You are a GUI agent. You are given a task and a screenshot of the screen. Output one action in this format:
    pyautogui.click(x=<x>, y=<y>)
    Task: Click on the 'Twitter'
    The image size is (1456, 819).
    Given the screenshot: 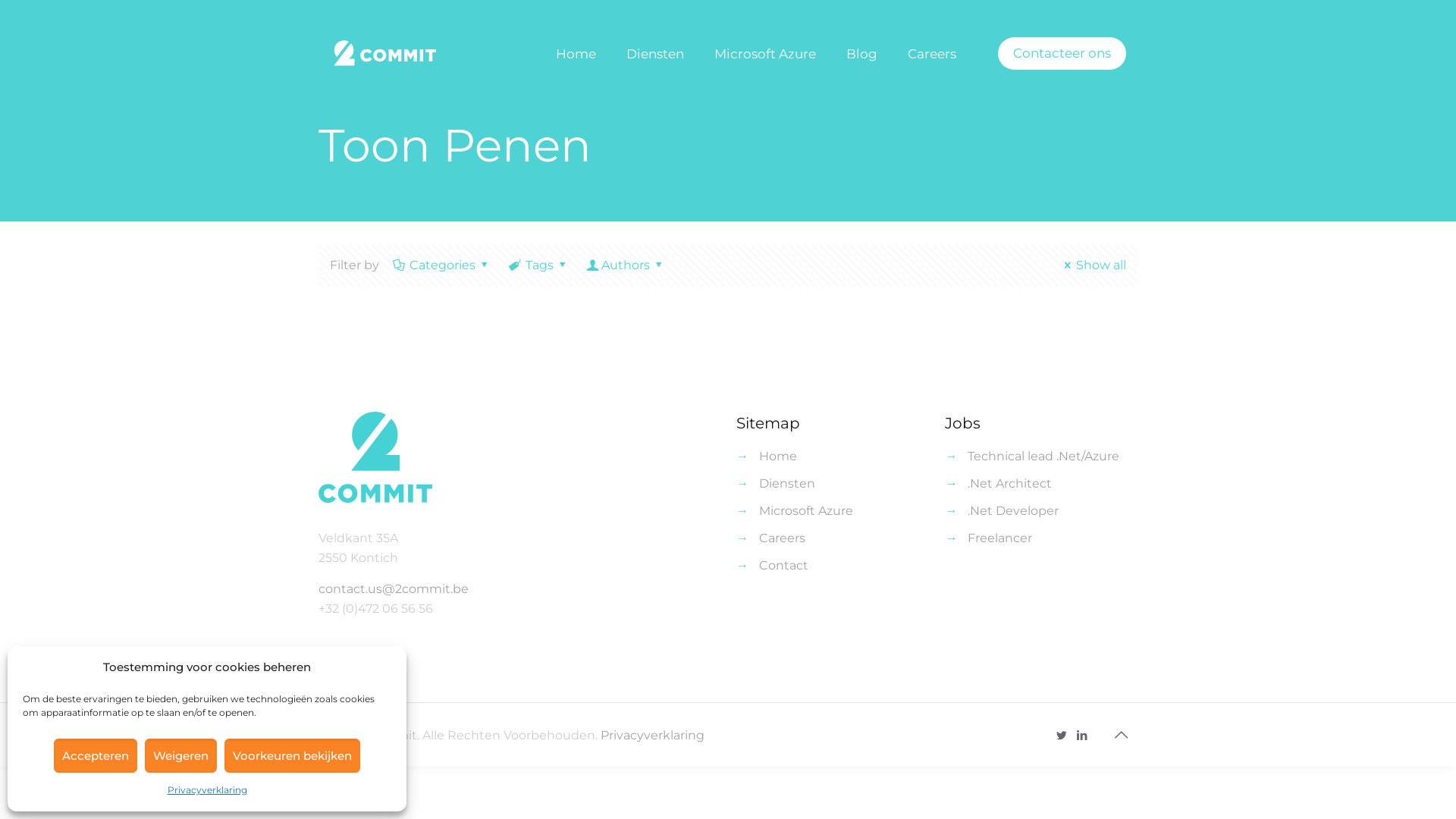 What is the action you would take?
    pyautogui.click(x=1061, y=734)
    